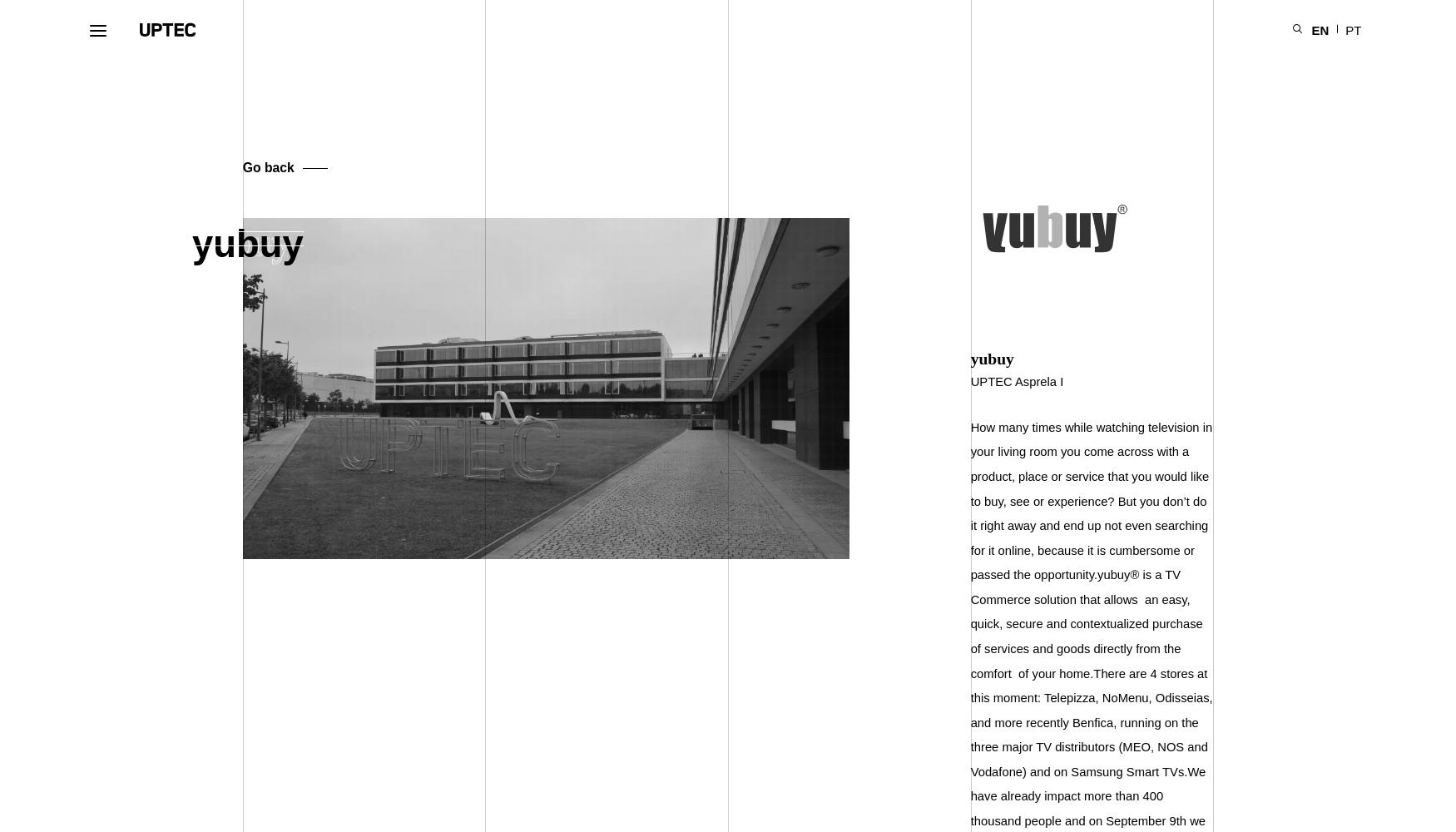 Image resolution: width=1456 pixels, height=832 pixels. Describe the element at coordinates (1037, 737) in the screenshot. I see `'geral@uptec.up.pt'` at that location.